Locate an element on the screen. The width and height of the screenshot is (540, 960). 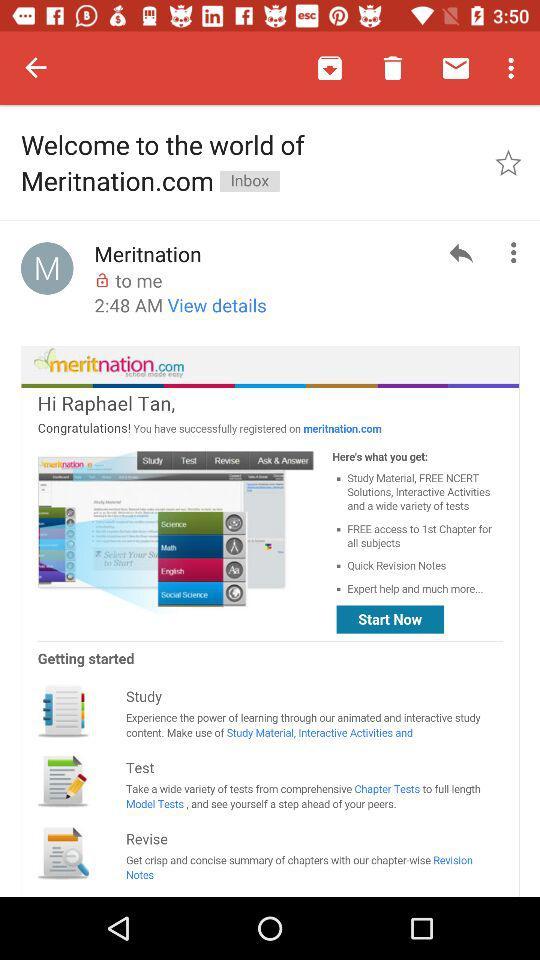
the fourth option from the right is located at coordinates (330, 68).